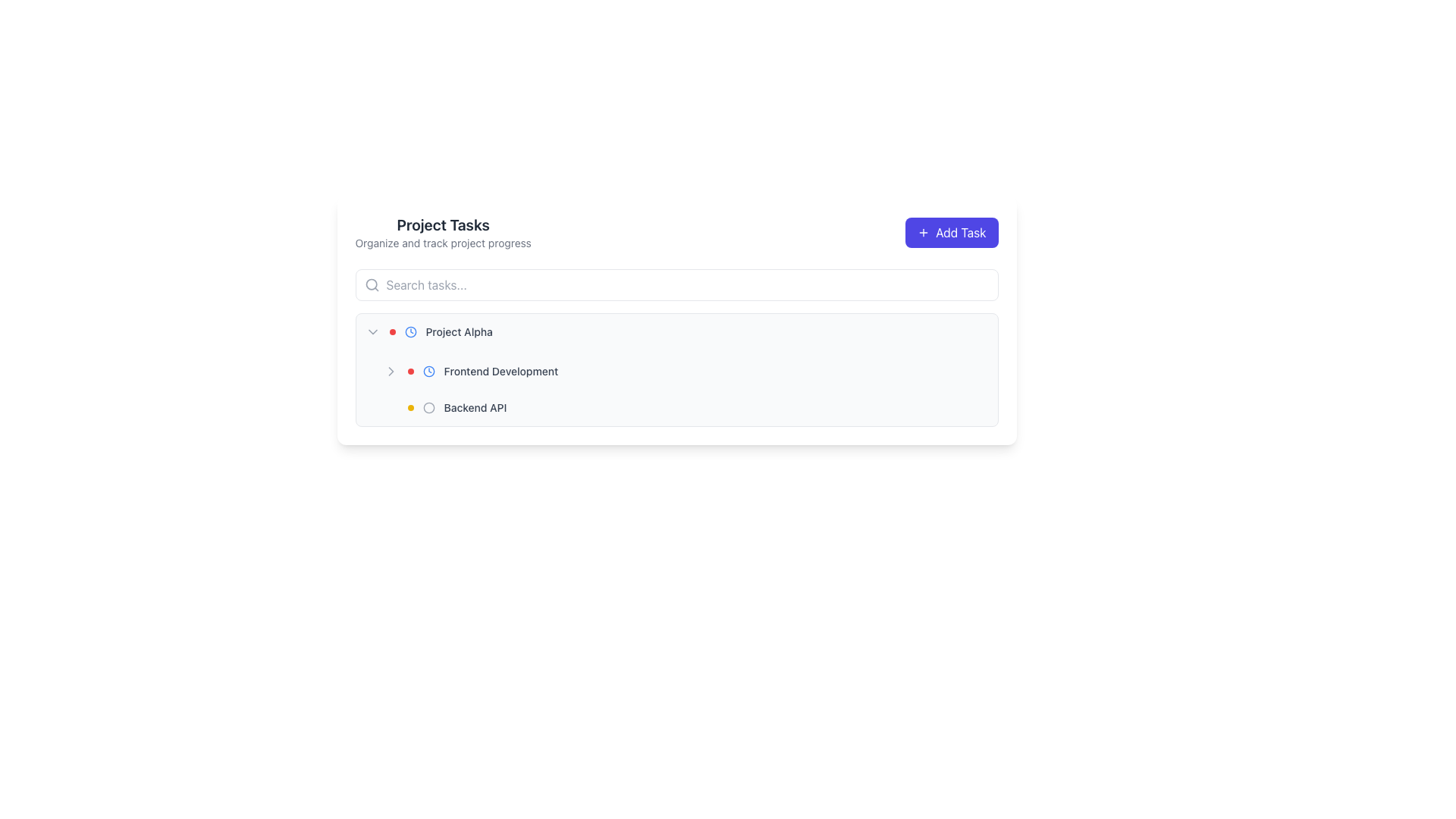 Image resolution: width=1456 pixels, height=819 pixels. What do you see at coordinates (428, 371) in the screenshot?
I see `the clock icon indicating a time-related feature next to the 'Frontend Development' text` at bounding box center [428, 371].